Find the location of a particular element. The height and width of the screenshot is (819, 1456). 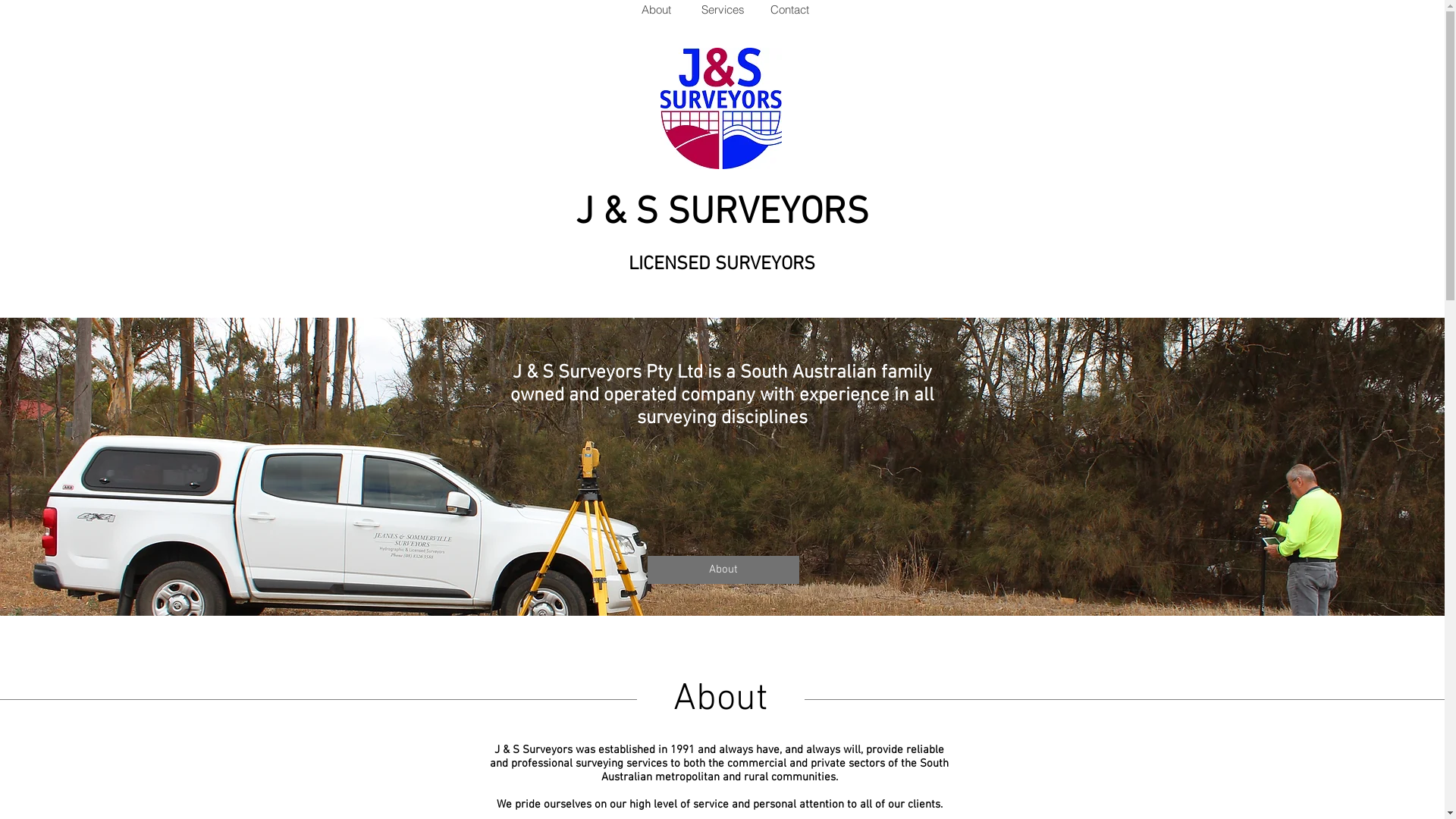

'J & S SURVEYORS' is located at coordinates (720, 213).